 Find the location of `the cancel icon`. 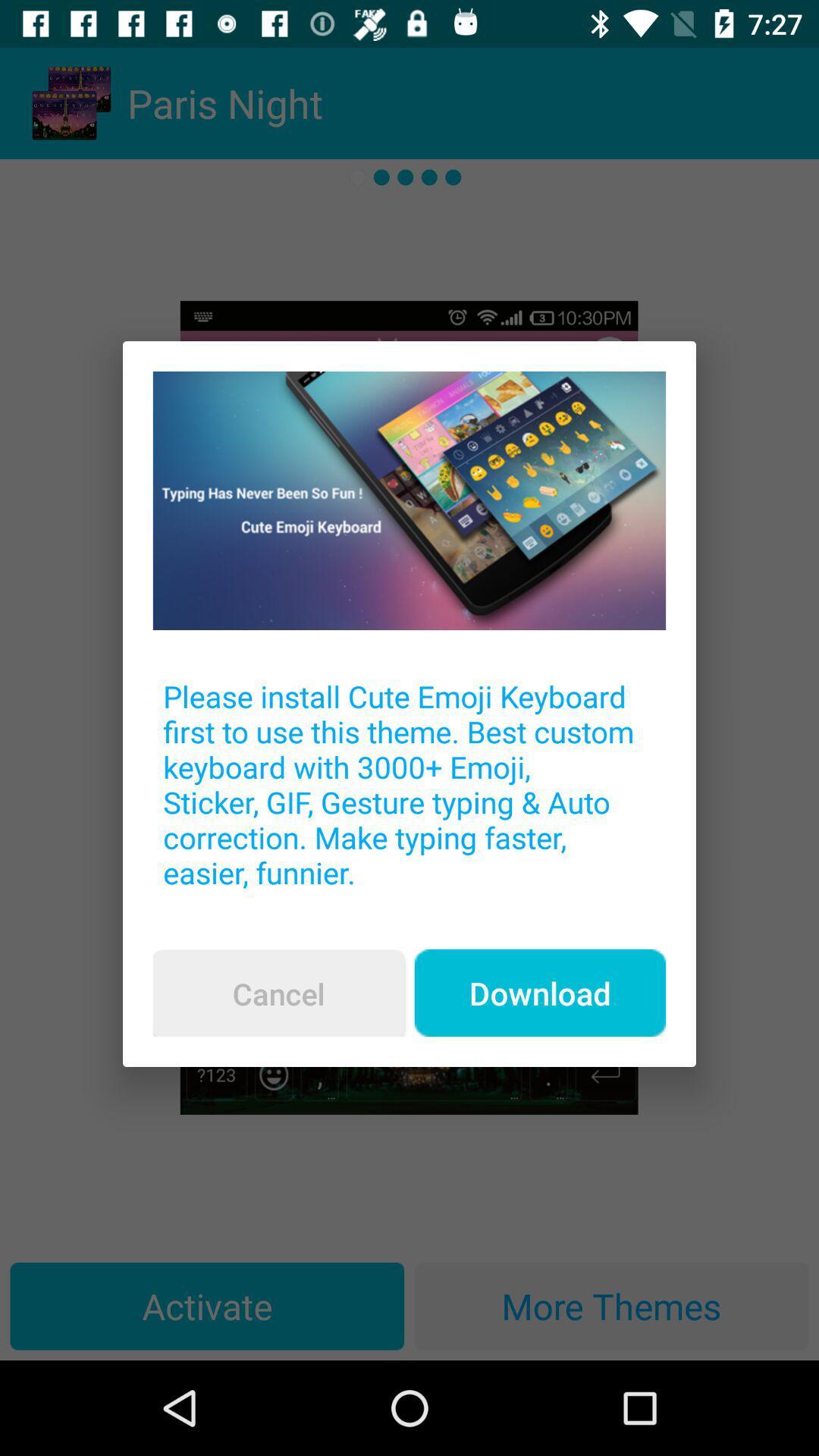

the cancel icon is located at coordinates (278, 993).